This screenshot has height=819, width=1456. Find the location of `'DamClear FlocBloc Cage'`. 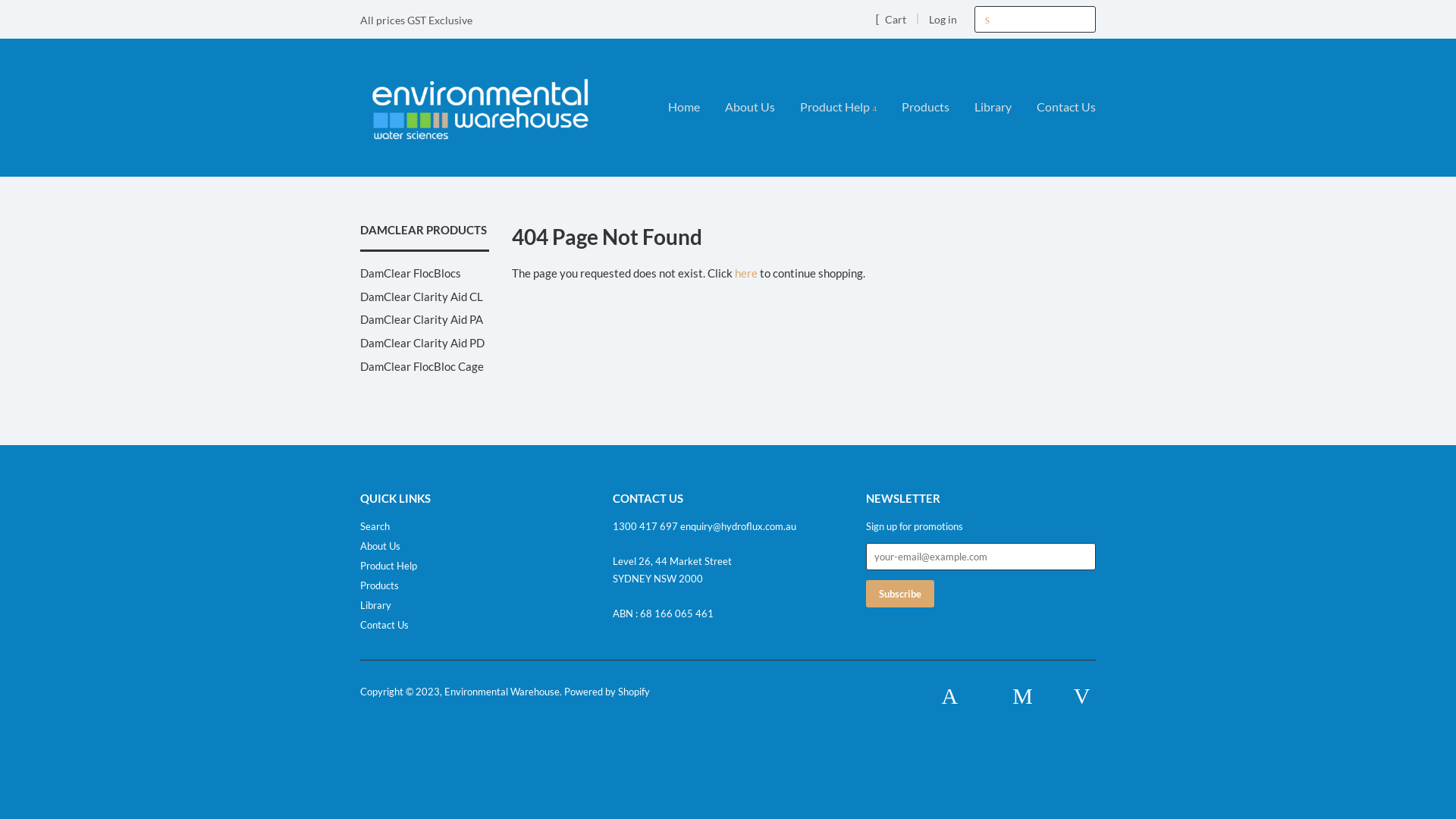

'DamClear FlocBloc Cage' is located at coordinates (422, 366).